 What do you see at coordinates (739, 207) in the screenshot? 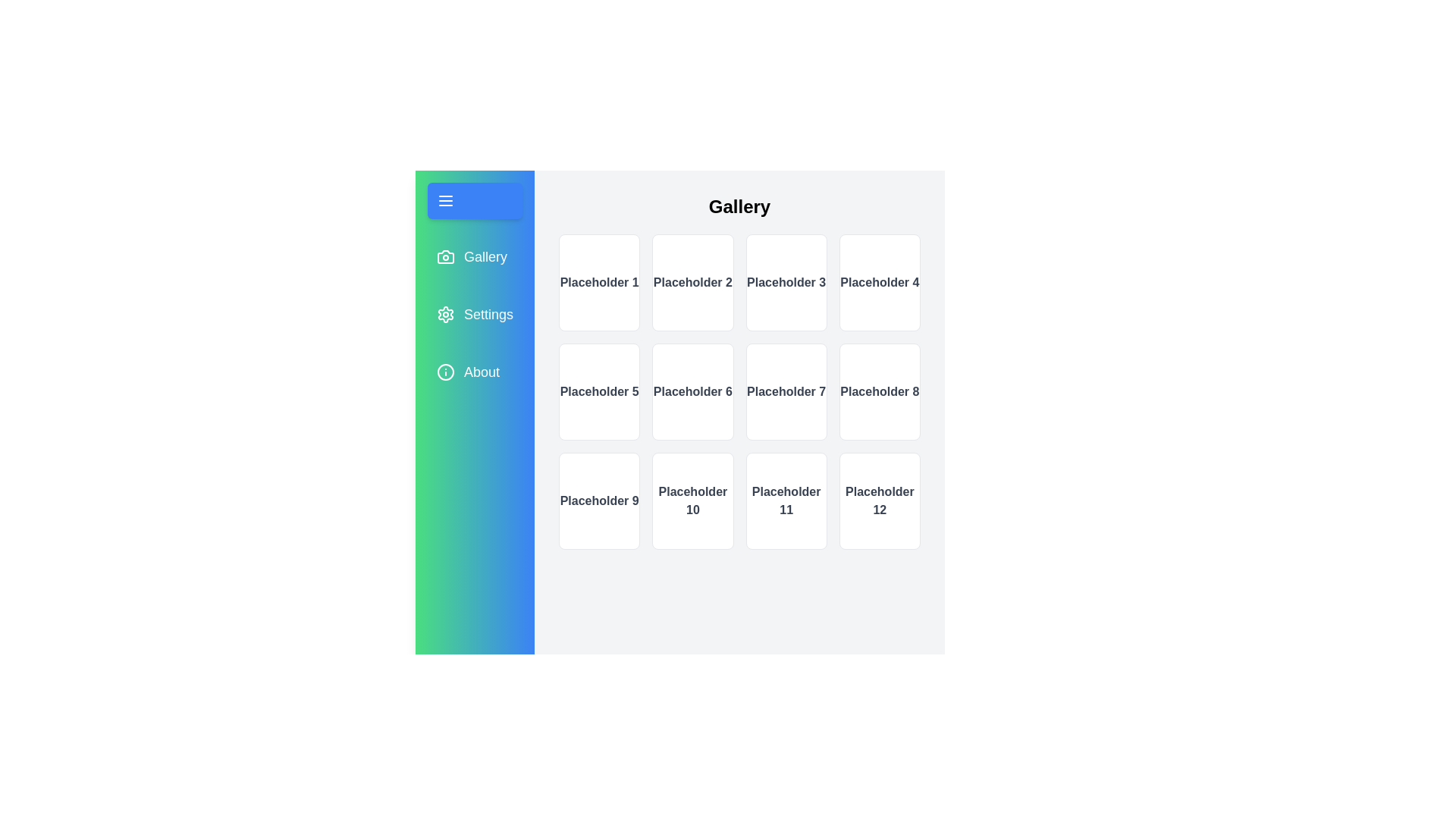
I see `the header text labeled 'Gallery'` at bounding box center [739, 207].